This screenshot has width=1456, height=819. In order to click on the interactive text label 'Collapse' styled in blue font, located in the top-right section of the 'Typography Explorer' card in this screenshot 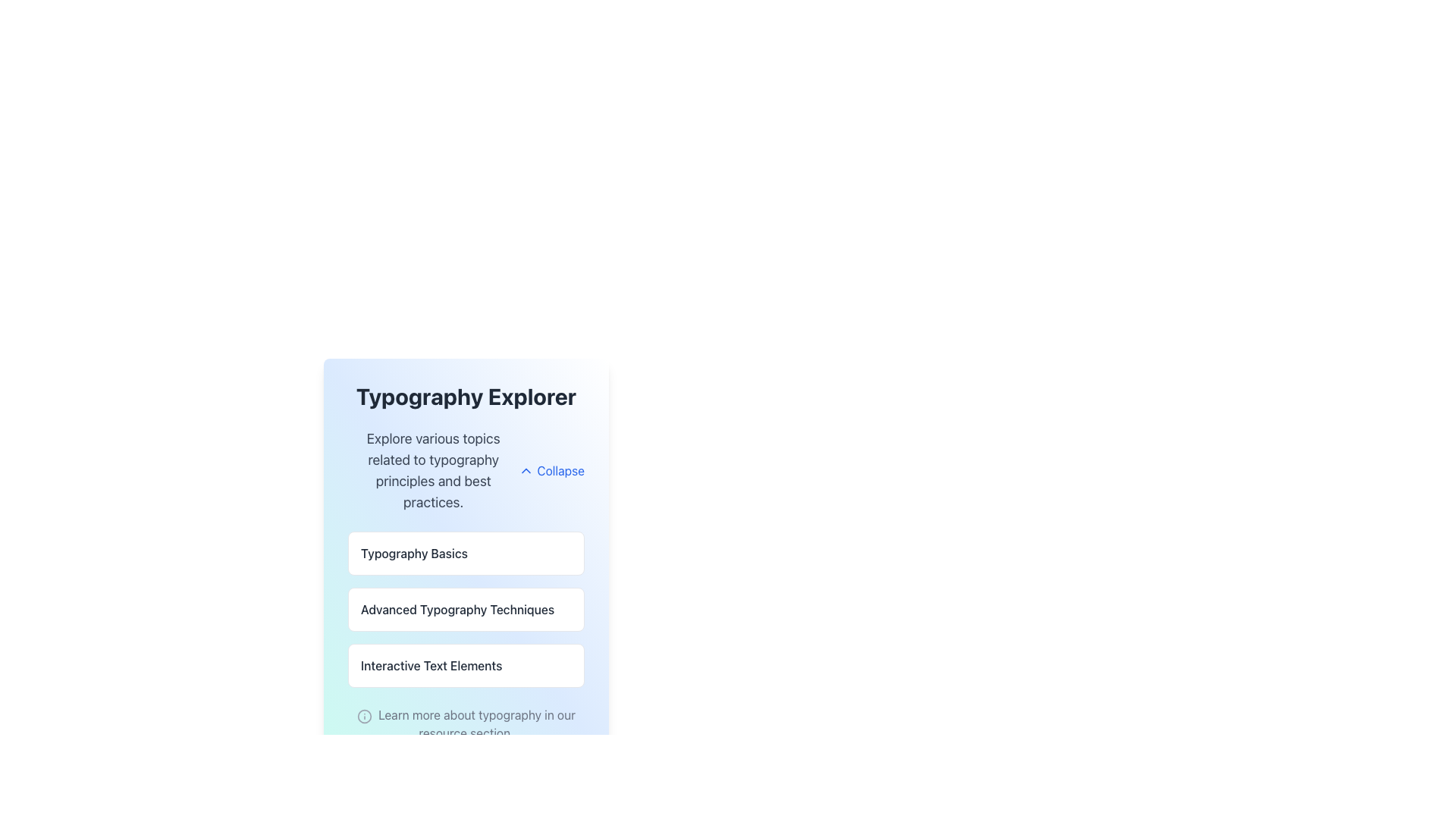, I will do `click(560, 470)`.